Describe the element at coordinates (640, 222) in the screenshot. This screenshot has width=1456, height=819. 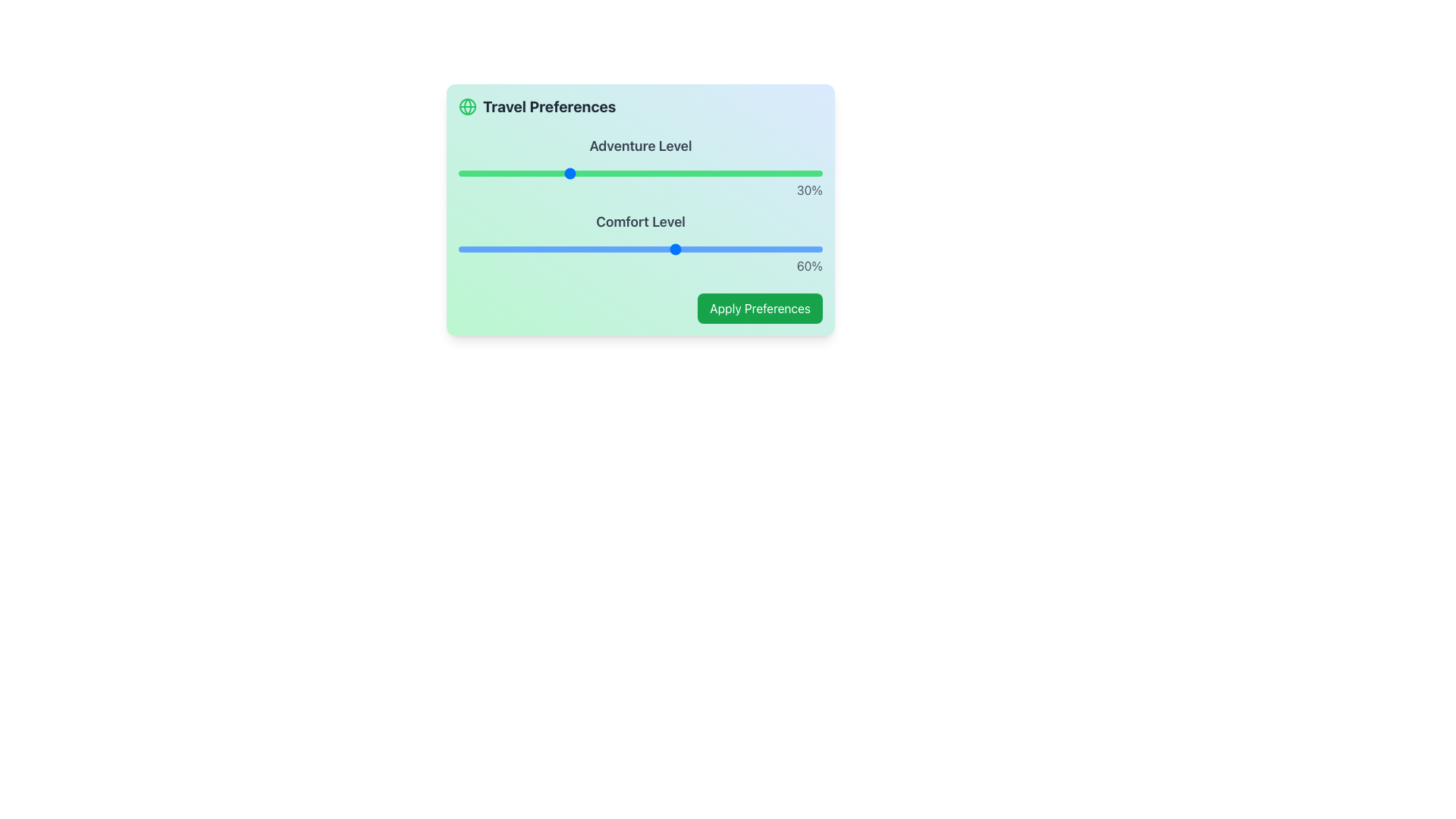
I see `the 'Comfort Level' static text label, which is bold, gray, and located above a slider and percentage value in the 'Comfort Level60%' group` at that location.